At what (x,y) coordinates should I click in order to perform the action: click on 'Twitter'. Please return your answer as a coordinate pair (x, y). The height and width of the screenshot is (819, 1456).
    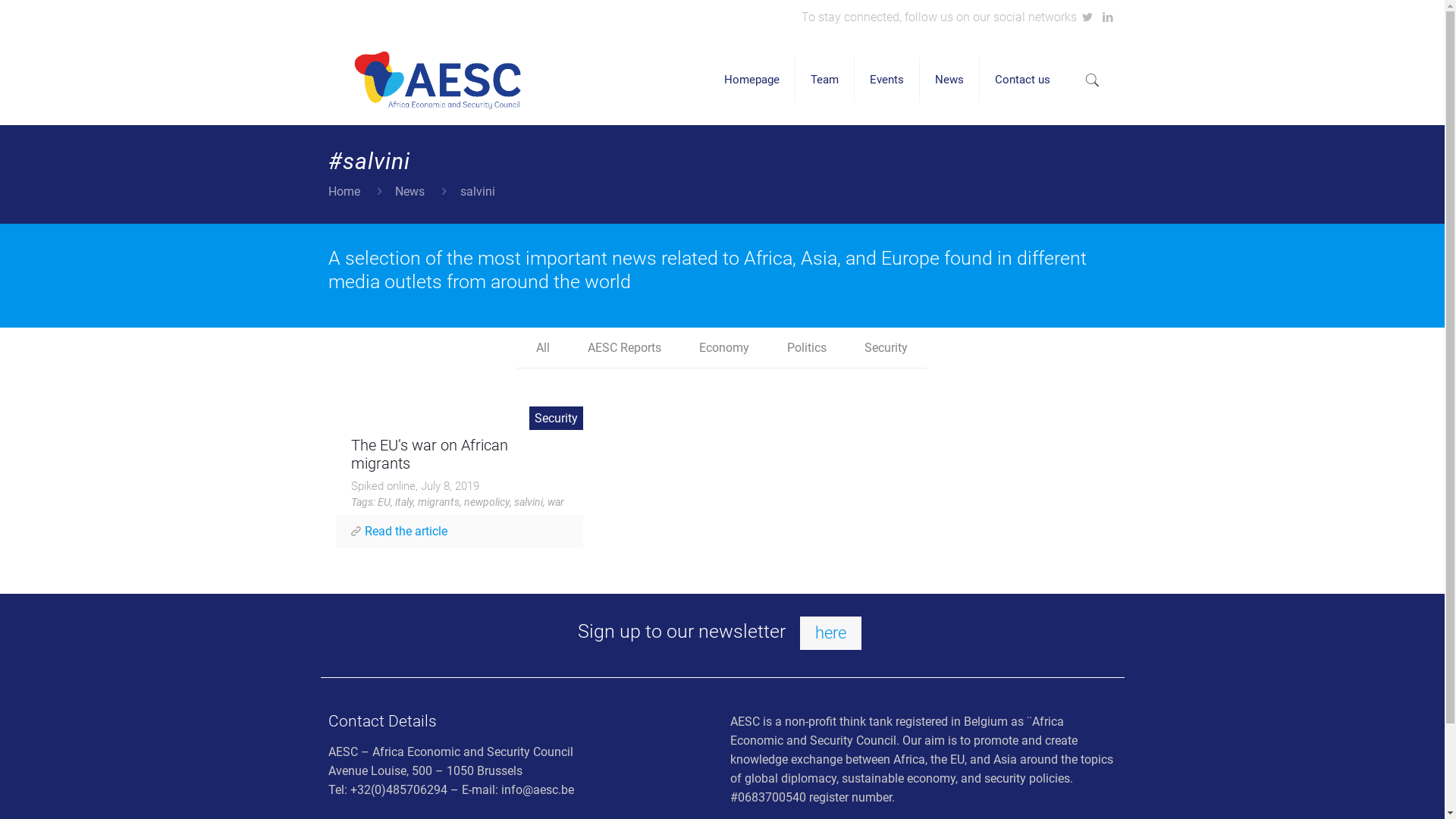
    Looking at the image, I should click on (1079, 17).